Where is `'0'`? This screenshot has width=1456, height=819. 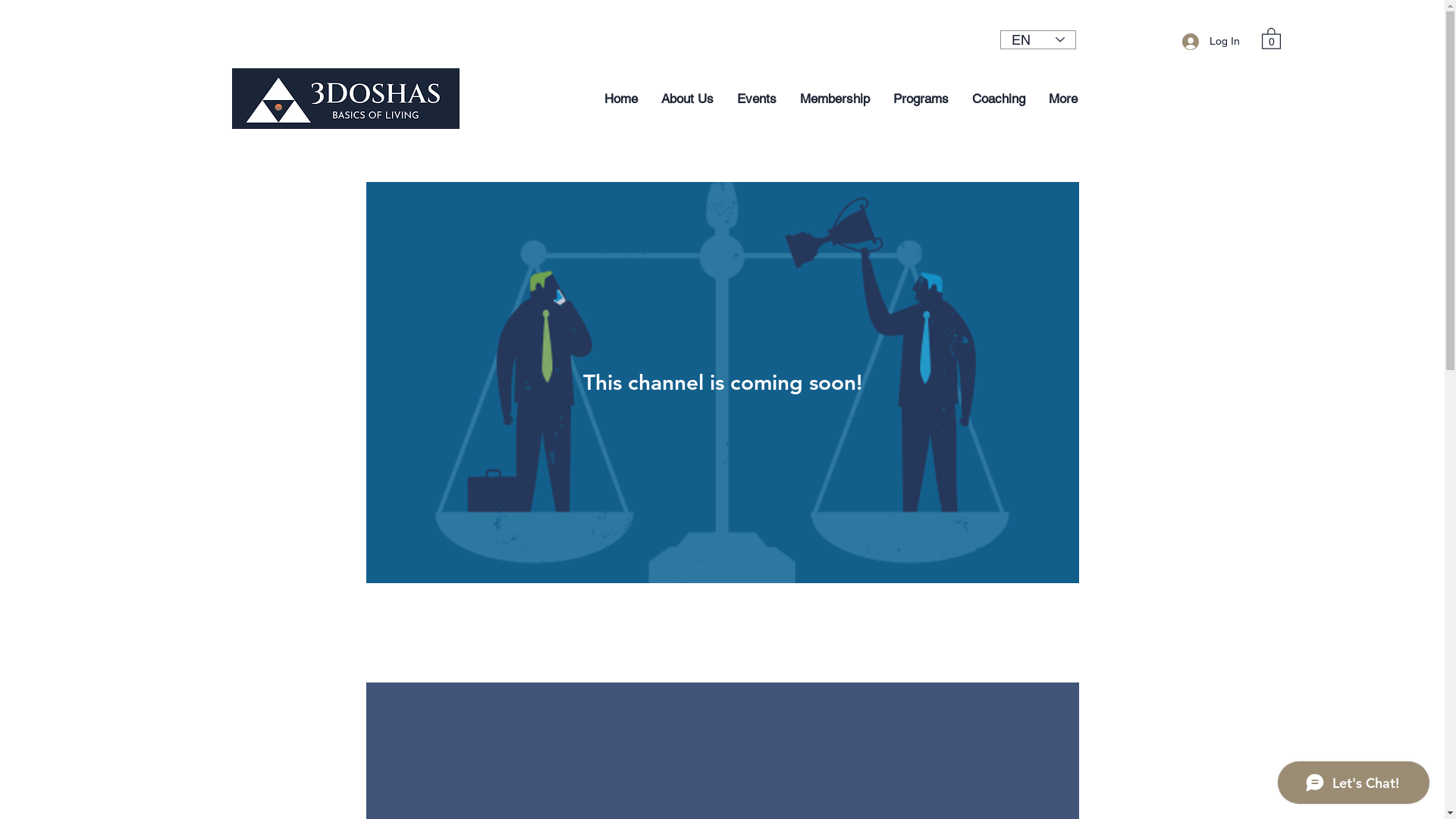 '0' is located at coordinates (1262, 37).